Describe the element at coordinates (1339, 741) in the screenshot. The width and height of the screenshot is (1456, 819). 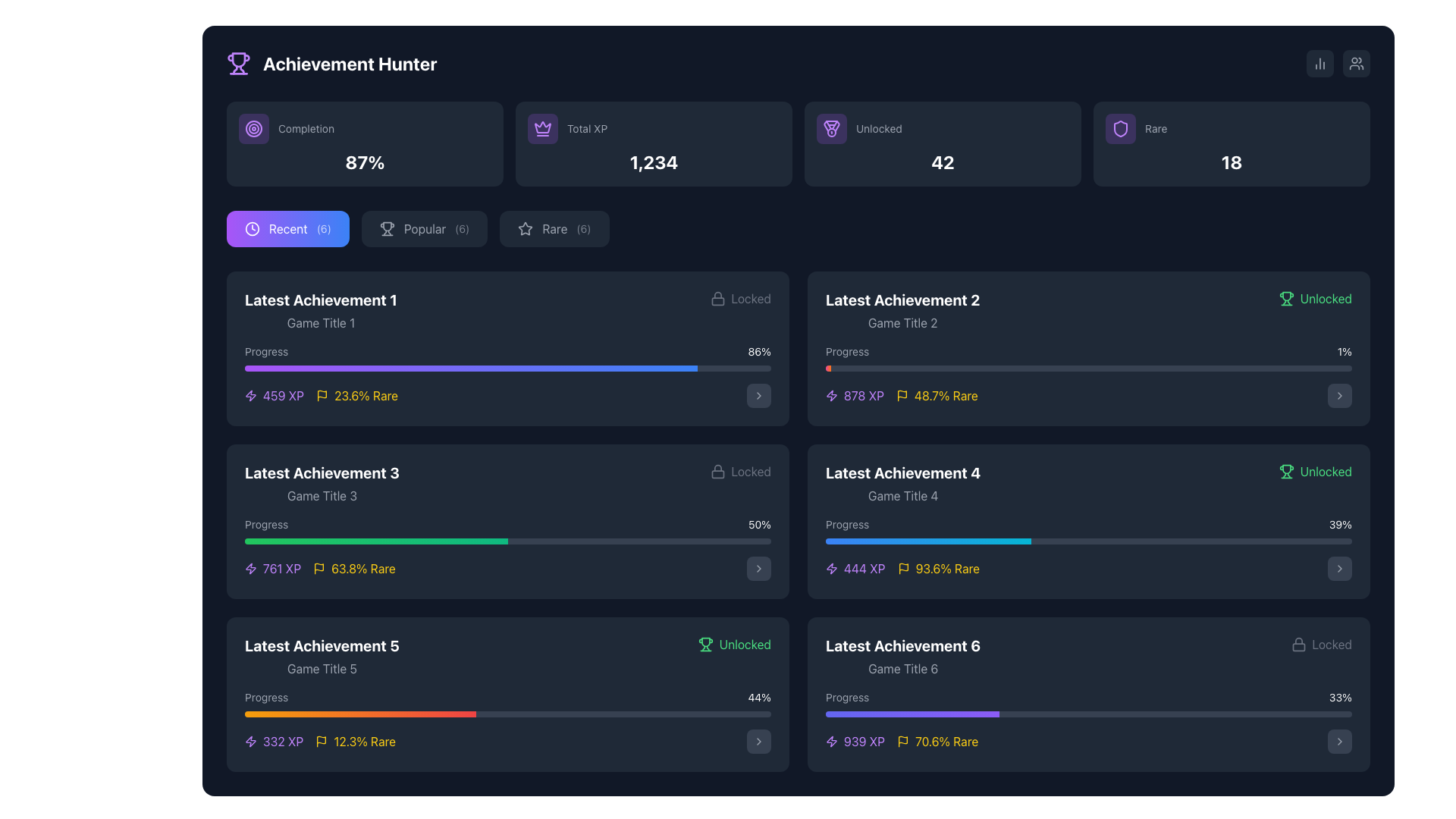
I see `the right-pointing chevron arrow icon button located at the bottom-right corner of the 'Latest Achievement 6' panel` at that location.